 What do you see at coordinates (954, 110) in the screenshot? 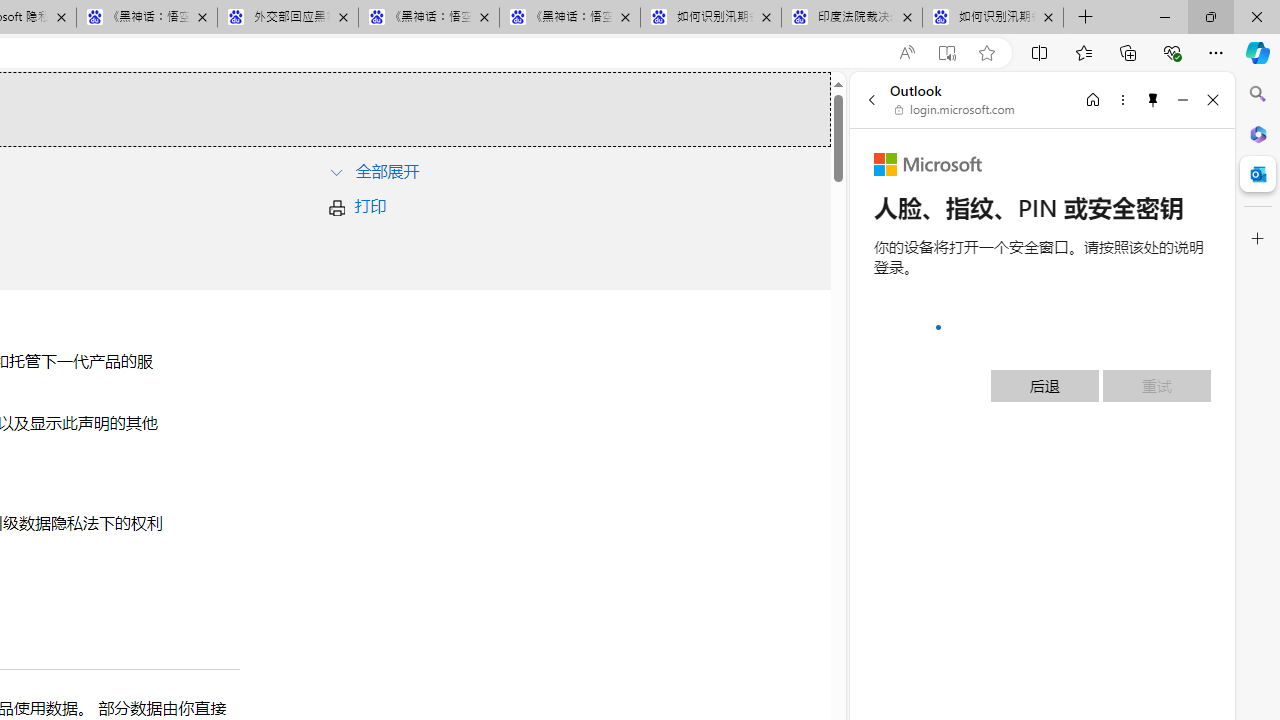
I see `'login.microsoft.com'` at bounding box center [954, 110].